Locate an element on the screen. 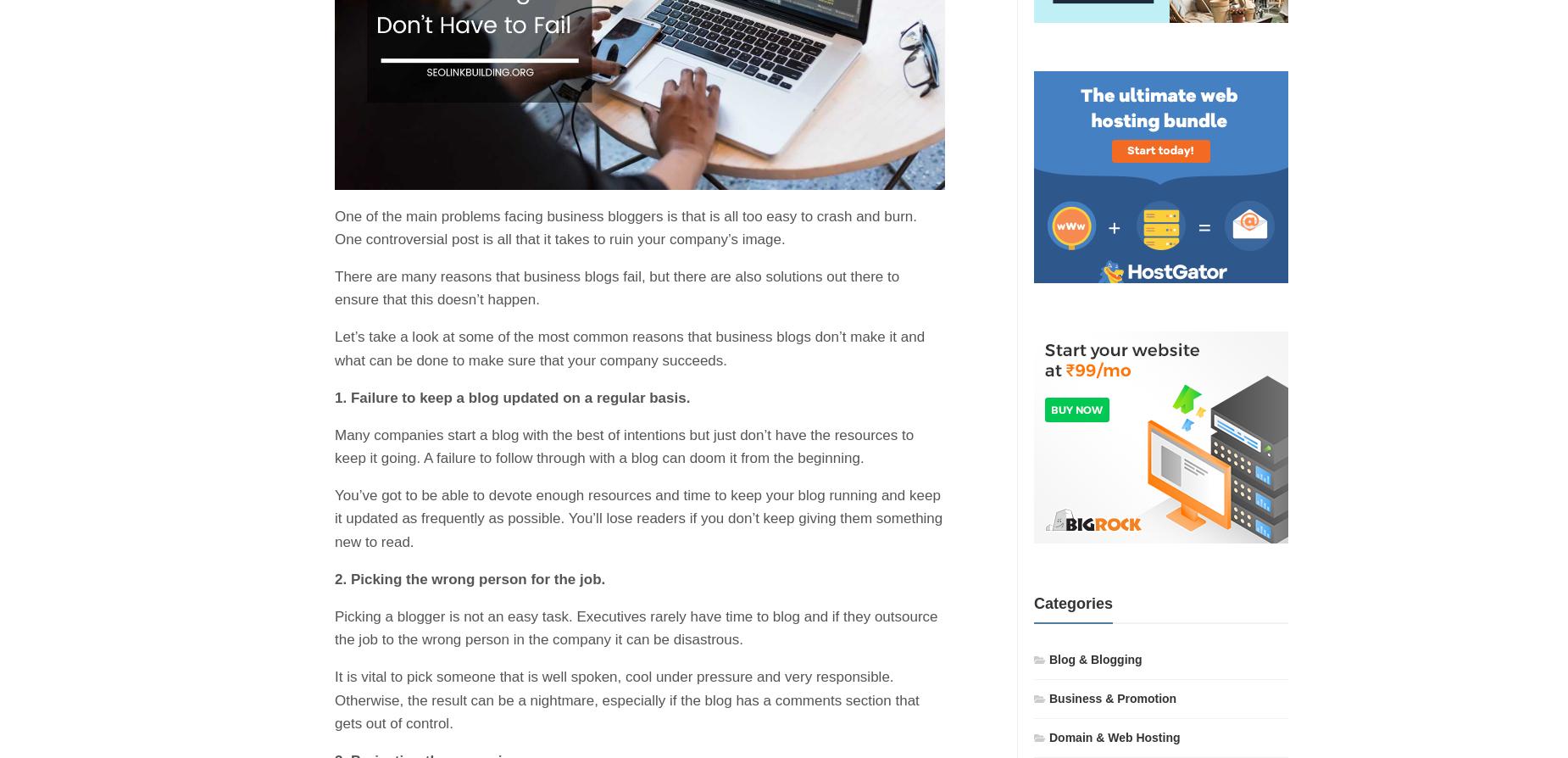  'Categories' is located at coordinates (1072, 601).